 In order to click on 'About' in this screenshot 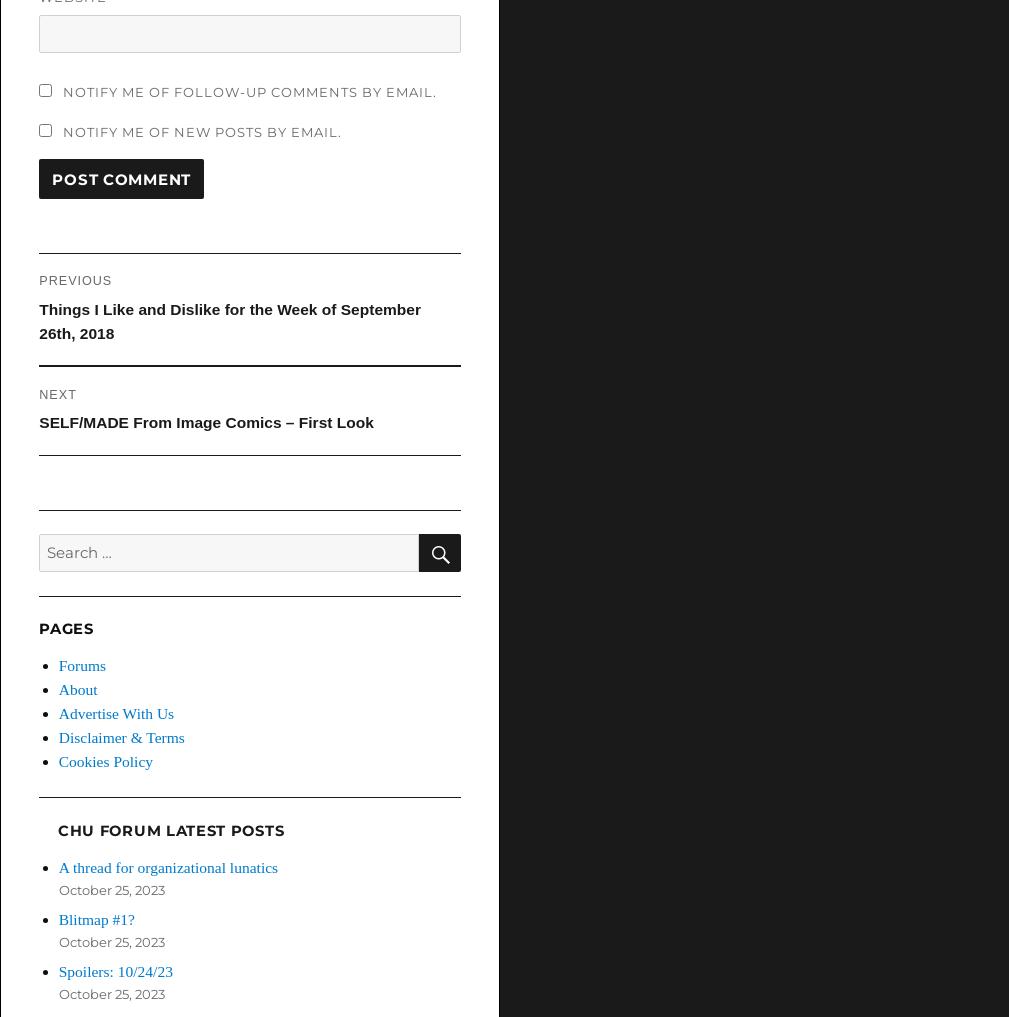, I will do `click(76, 687)`.